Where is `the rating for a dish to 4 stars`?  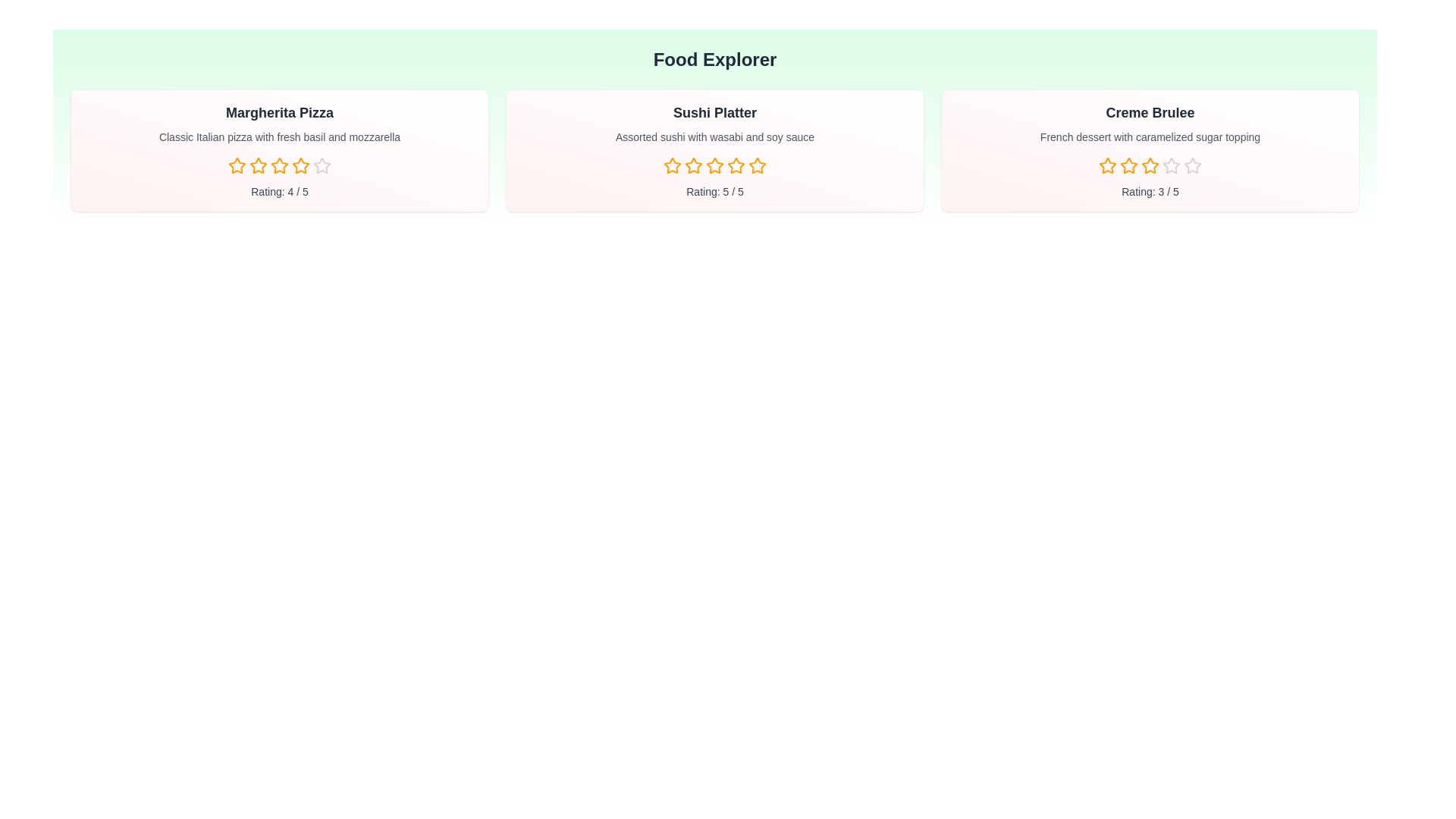
the rating for a dish to 4 stars is located at coordinates (301, 166).